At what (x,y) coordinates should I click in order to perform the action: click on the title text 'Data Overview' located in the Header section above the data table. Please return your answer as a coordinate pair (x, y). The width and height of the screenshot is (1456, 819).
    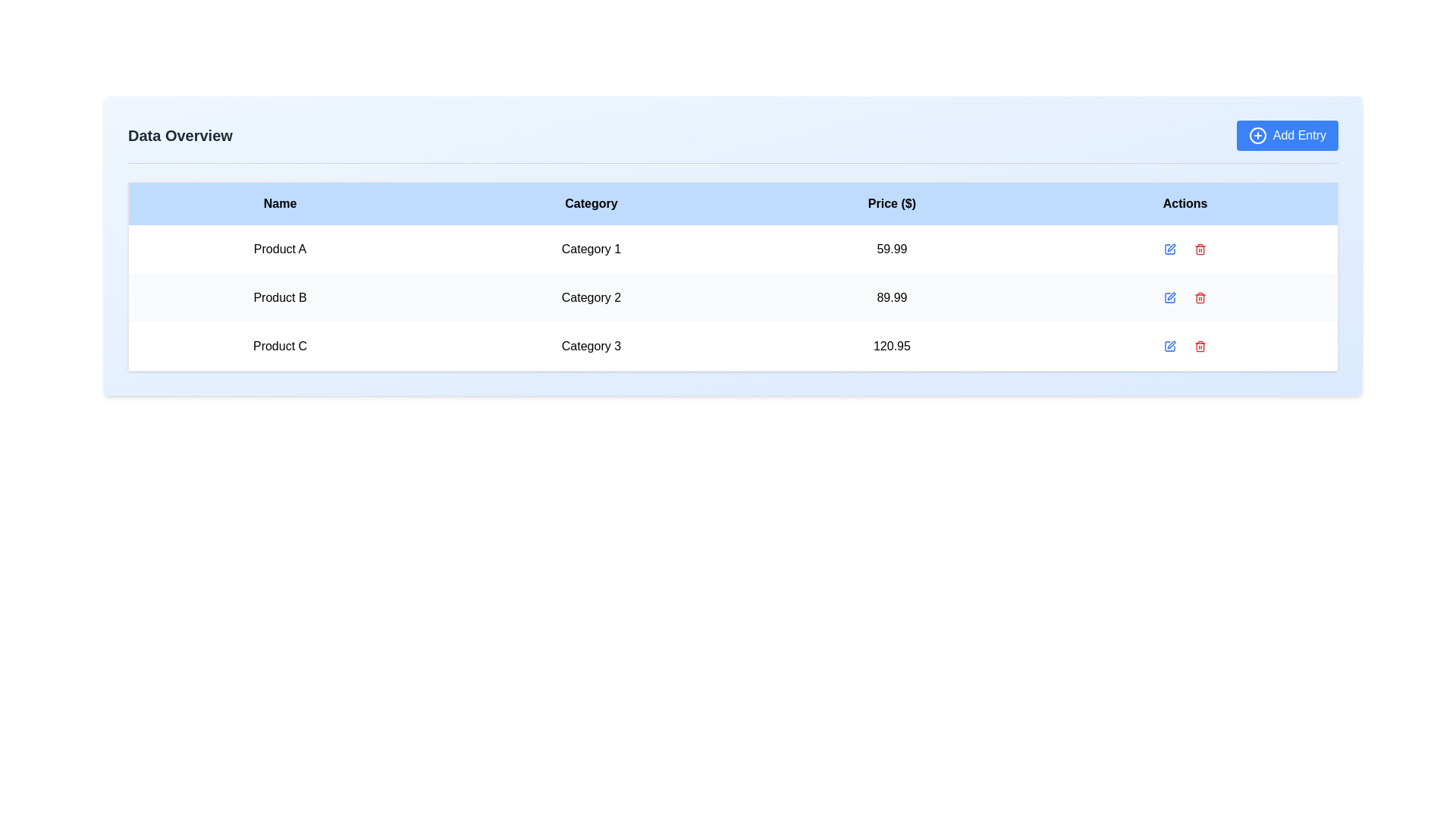
    Looking at the image, I should click on (733, 142).